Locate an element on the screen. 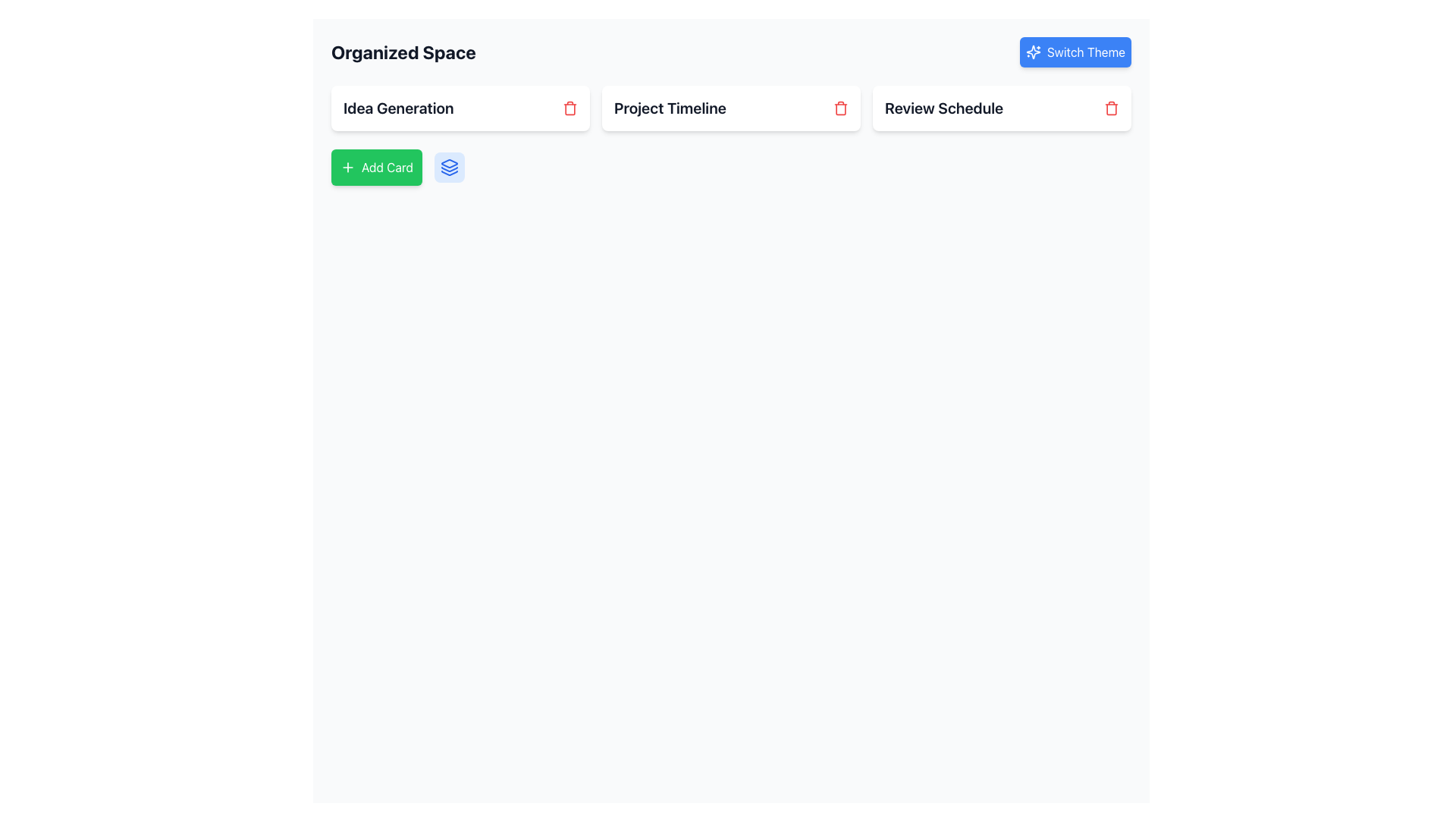 The width and height of the screenshot is (1456, 819). the delete button located at the right end of the 'Review Schedule' card is located at coordinates (1111, 107).